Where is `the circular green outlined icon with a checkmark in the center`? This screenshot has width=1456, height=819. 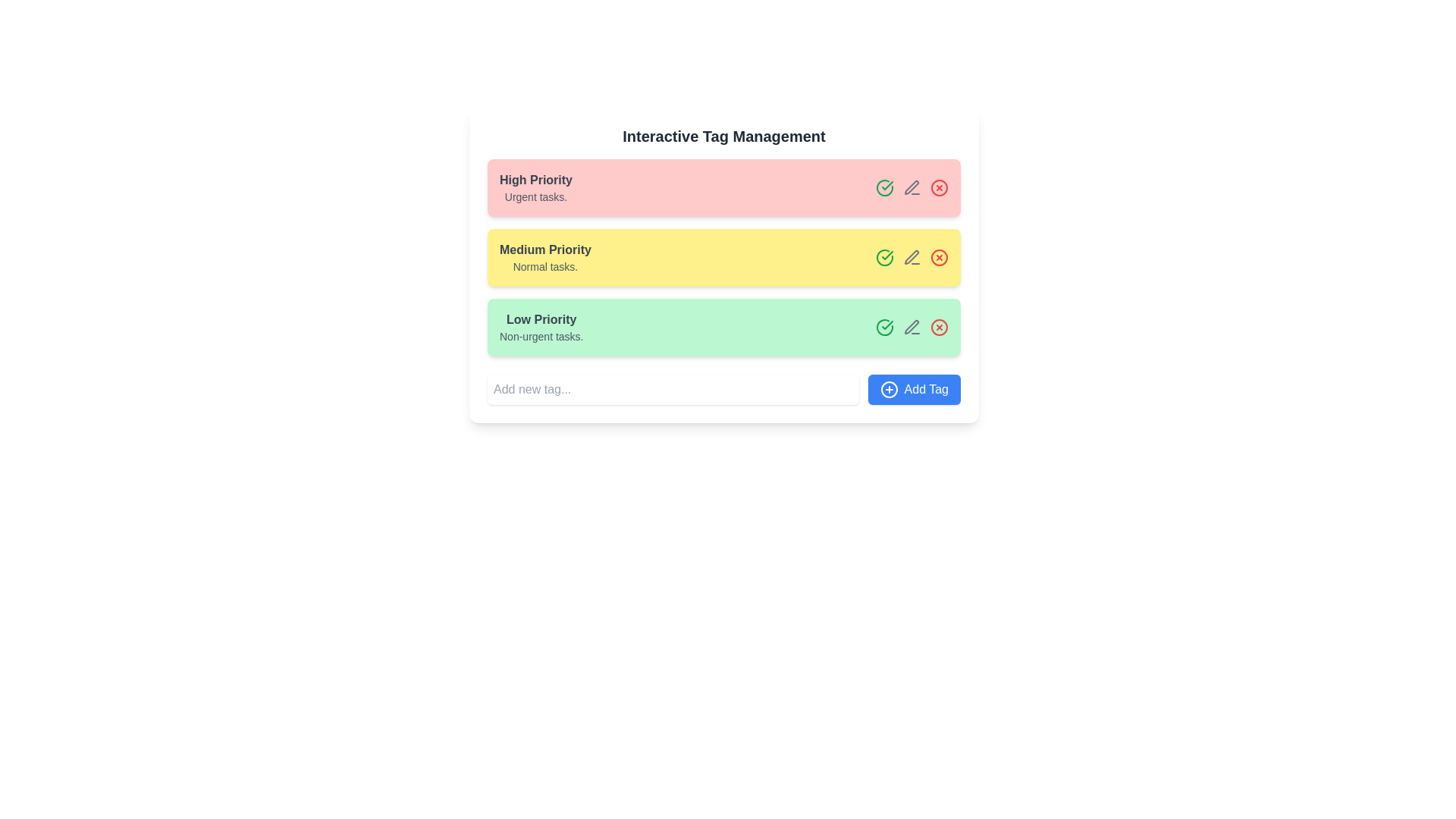
the circular green outlined icon with a checkmark in the center is located at coordinates (884, 327).